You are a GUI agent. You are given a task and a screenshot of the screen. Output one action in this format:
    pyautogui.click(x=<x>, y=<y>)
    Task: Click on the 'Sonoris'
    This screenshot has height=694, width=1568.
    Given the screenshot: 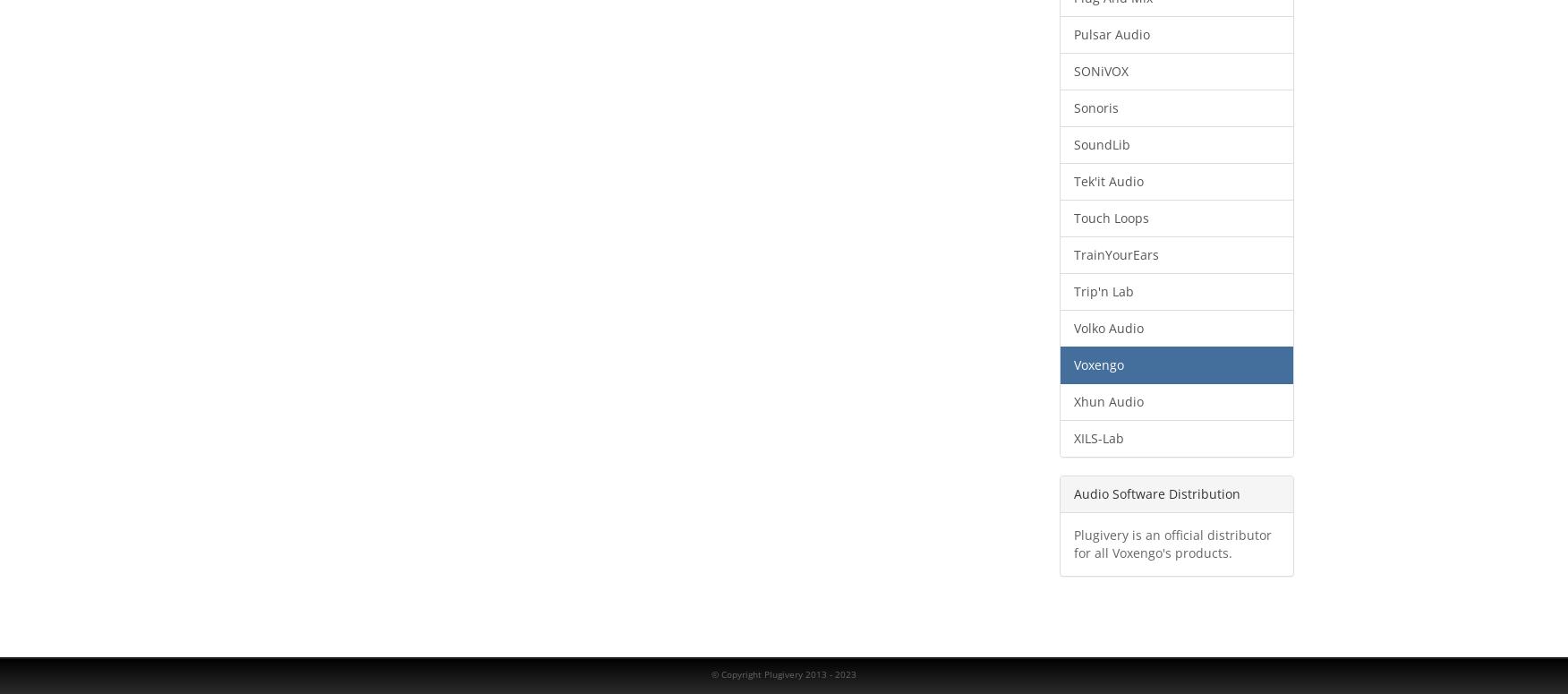 What is the action you would take?
    pyautogui.click(x=1095, y=107)
    